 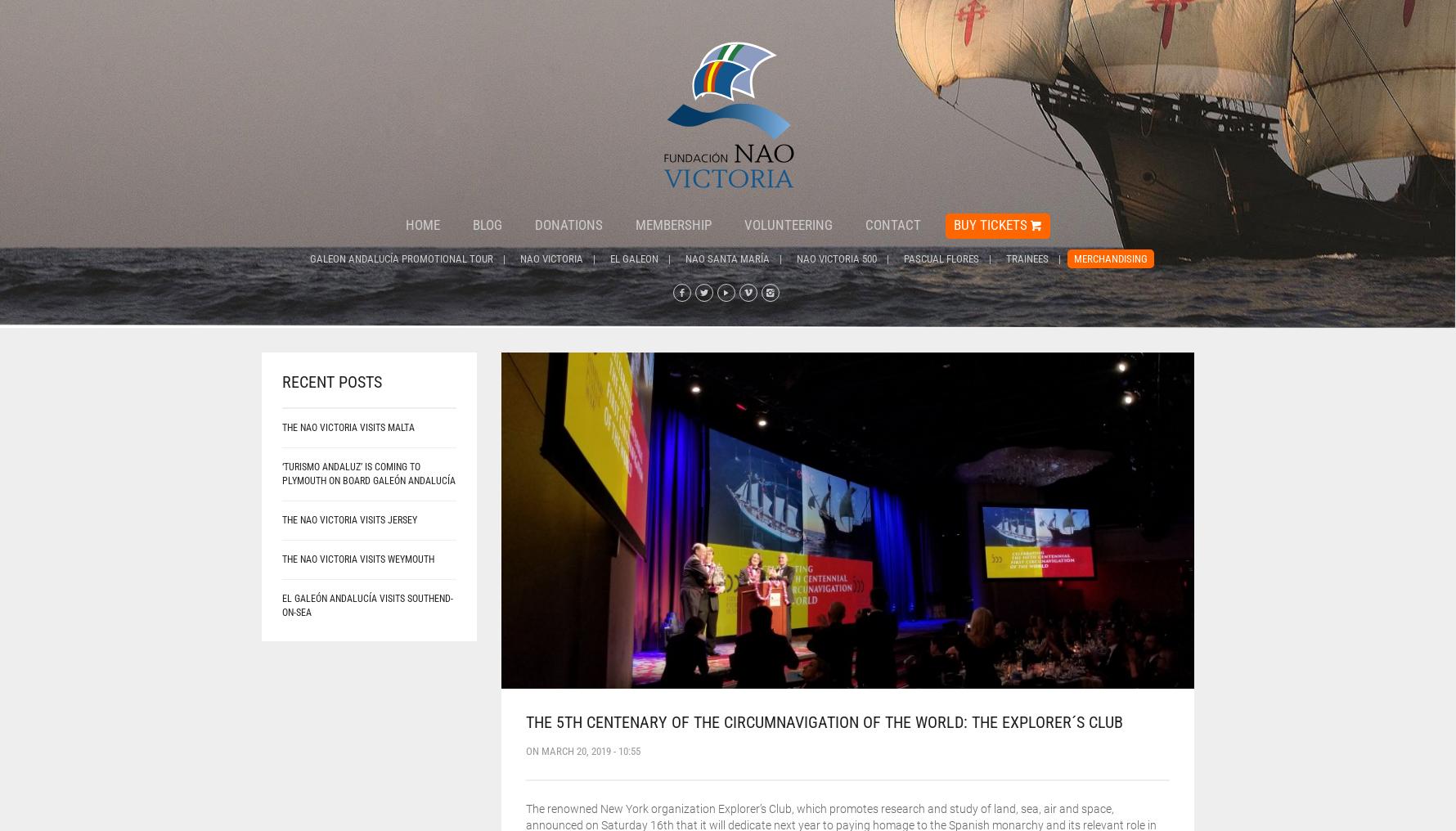 What do you see at coordinates (331, 381) in the screenshot?
I see `'Recent posts'` at bounding box center [331, 381].